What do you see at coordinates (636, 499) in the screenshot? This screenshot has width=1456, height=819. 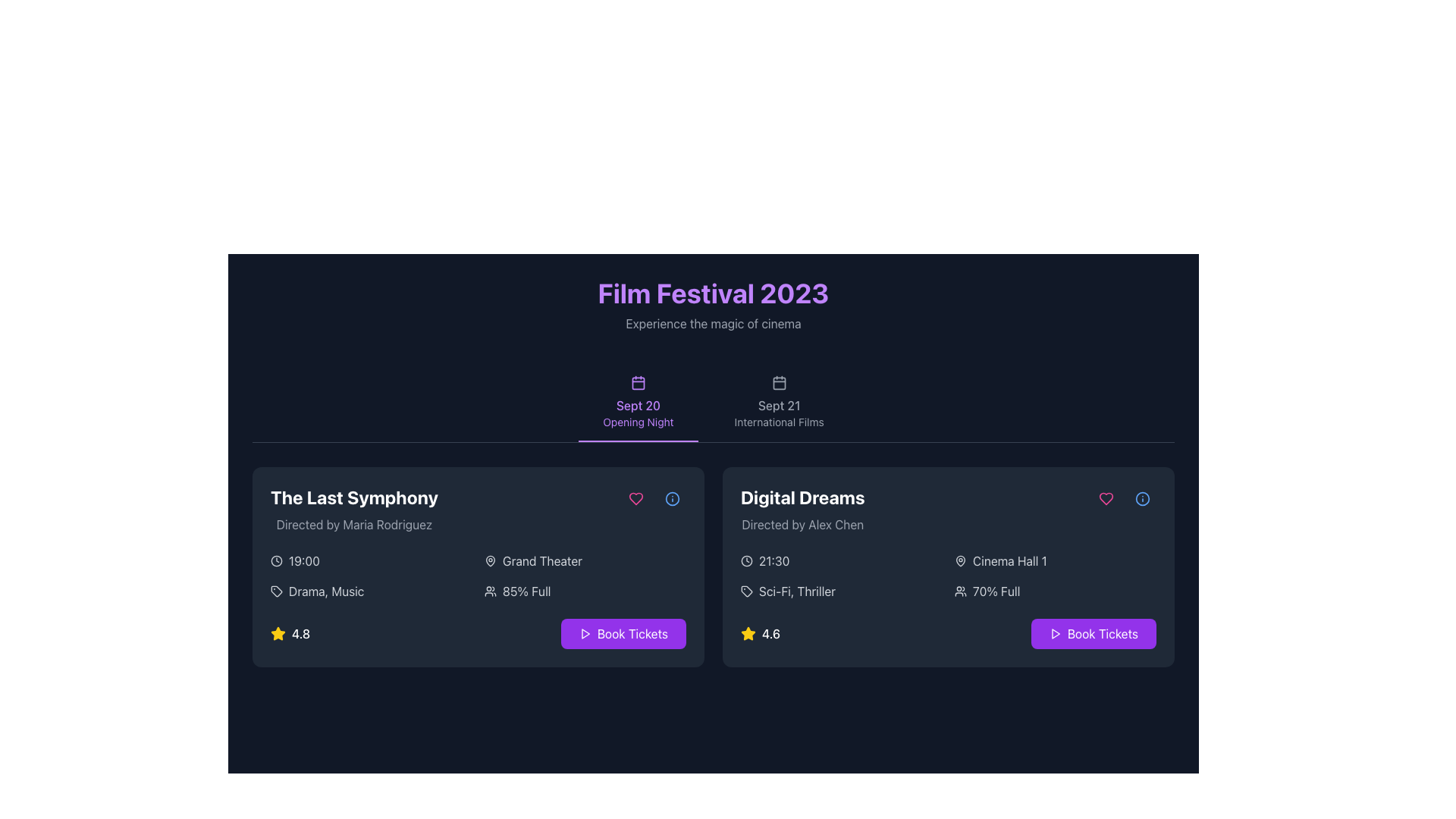 I see `the heart-shaped icon representing the 'like' or 'favorite' action, located to the right of the text 'Digital Dreams' and above the 'Book Tickets' button` at bounding box center [636, 499].